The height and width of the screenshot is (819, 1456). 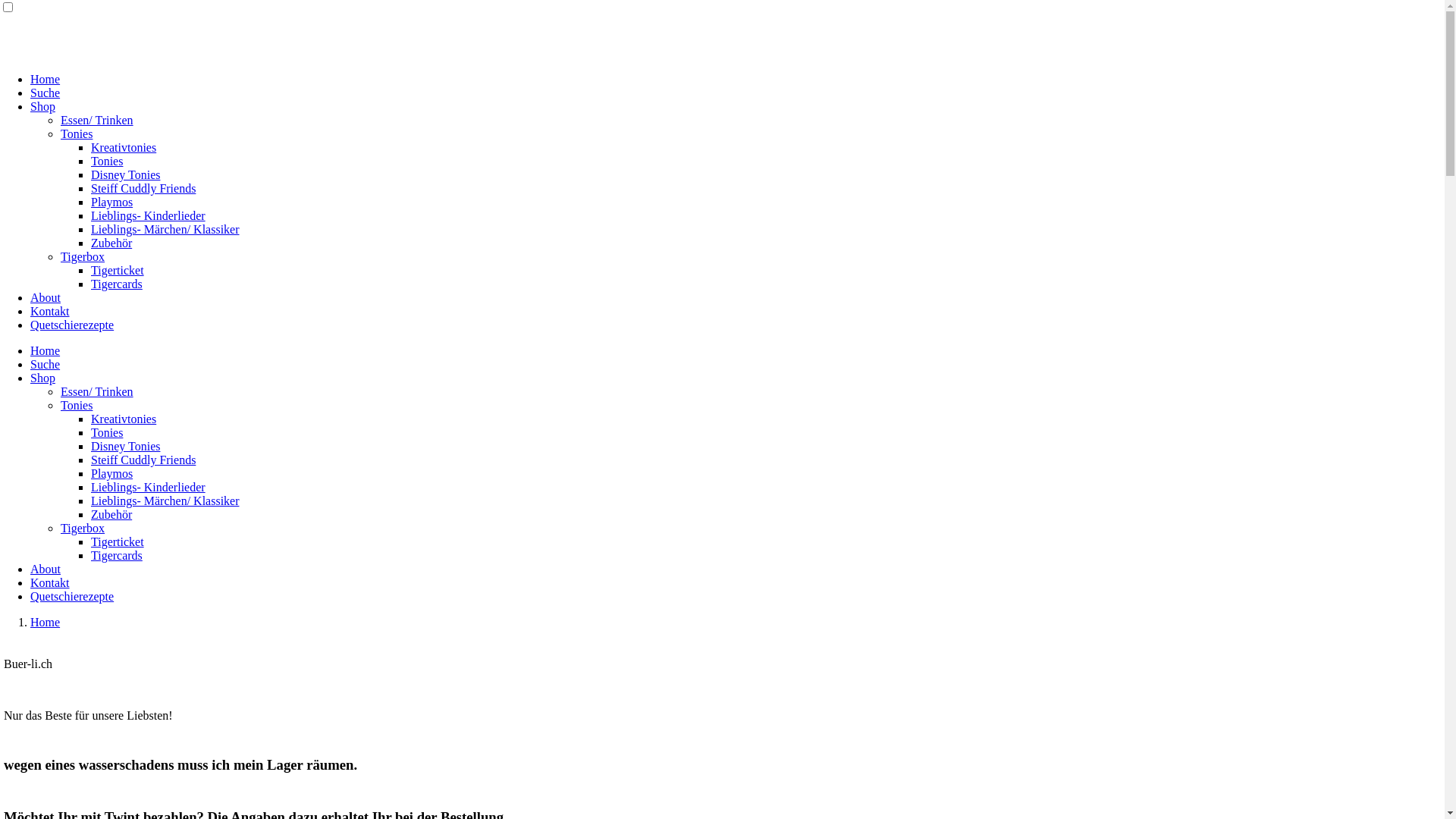 I want to click on 'Disney Tonies', so click(x=125, y=445).